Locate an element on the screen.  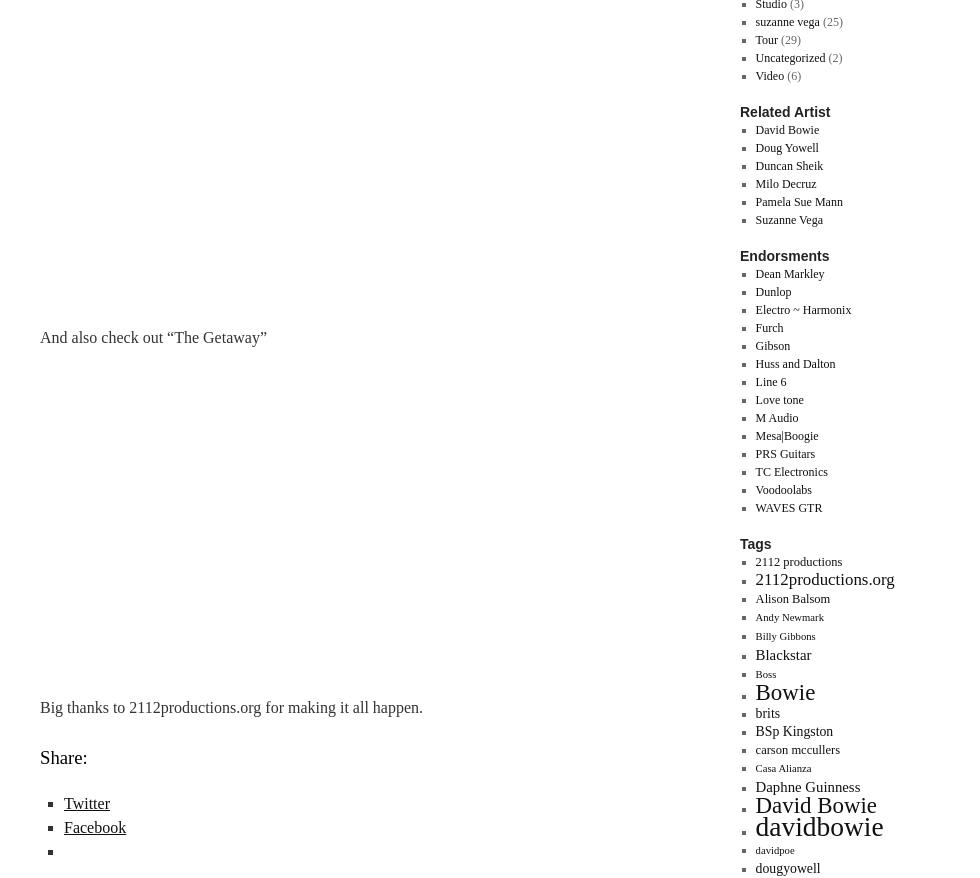
'Share:' is located at coordinates (62, 757).